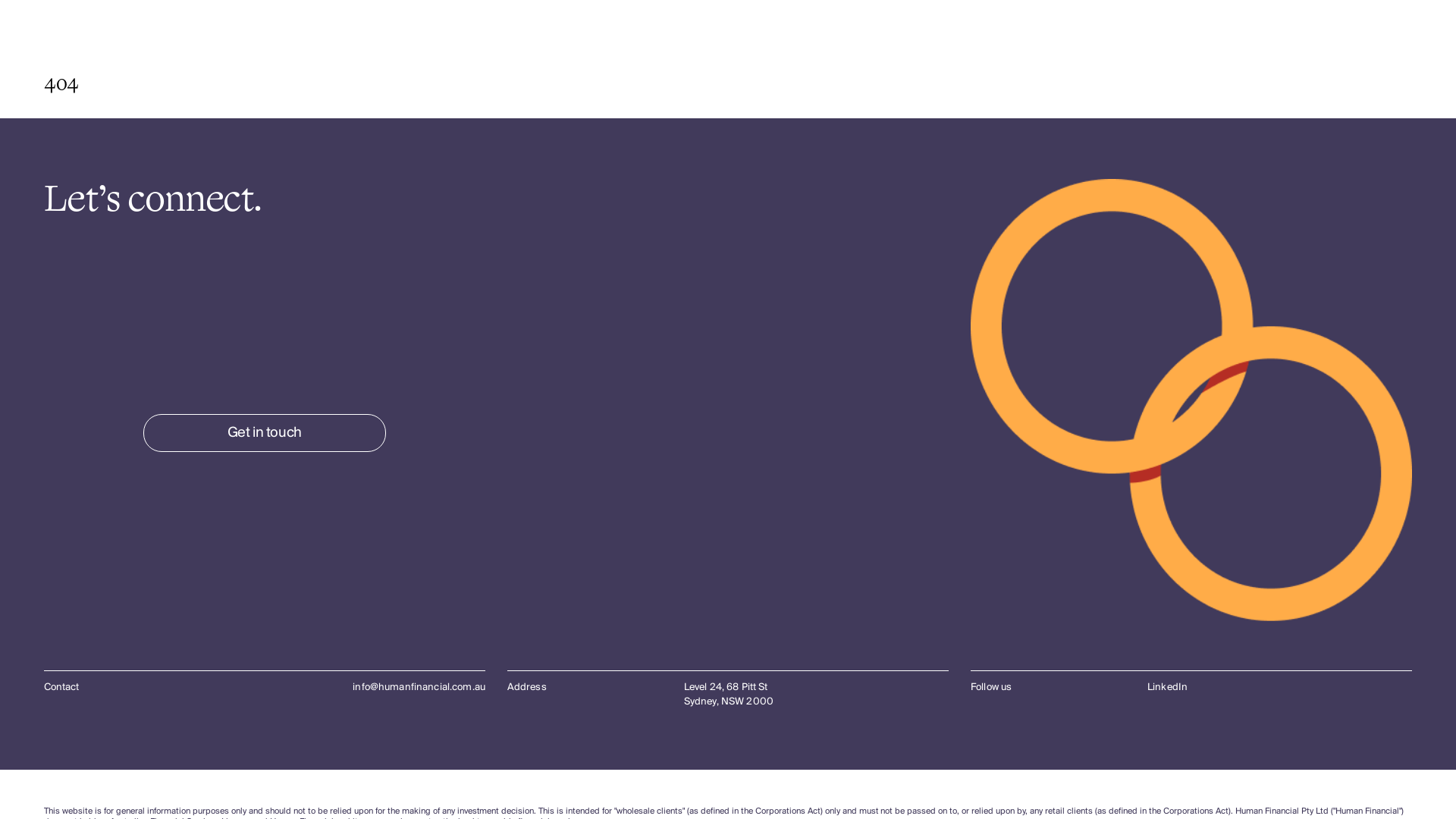 The height and width of the screenshot is (819, 1456). Describe the element at coordinates (419, 687) in the screenshot. I see `'info@humanfinancial.com.au'` at that location.